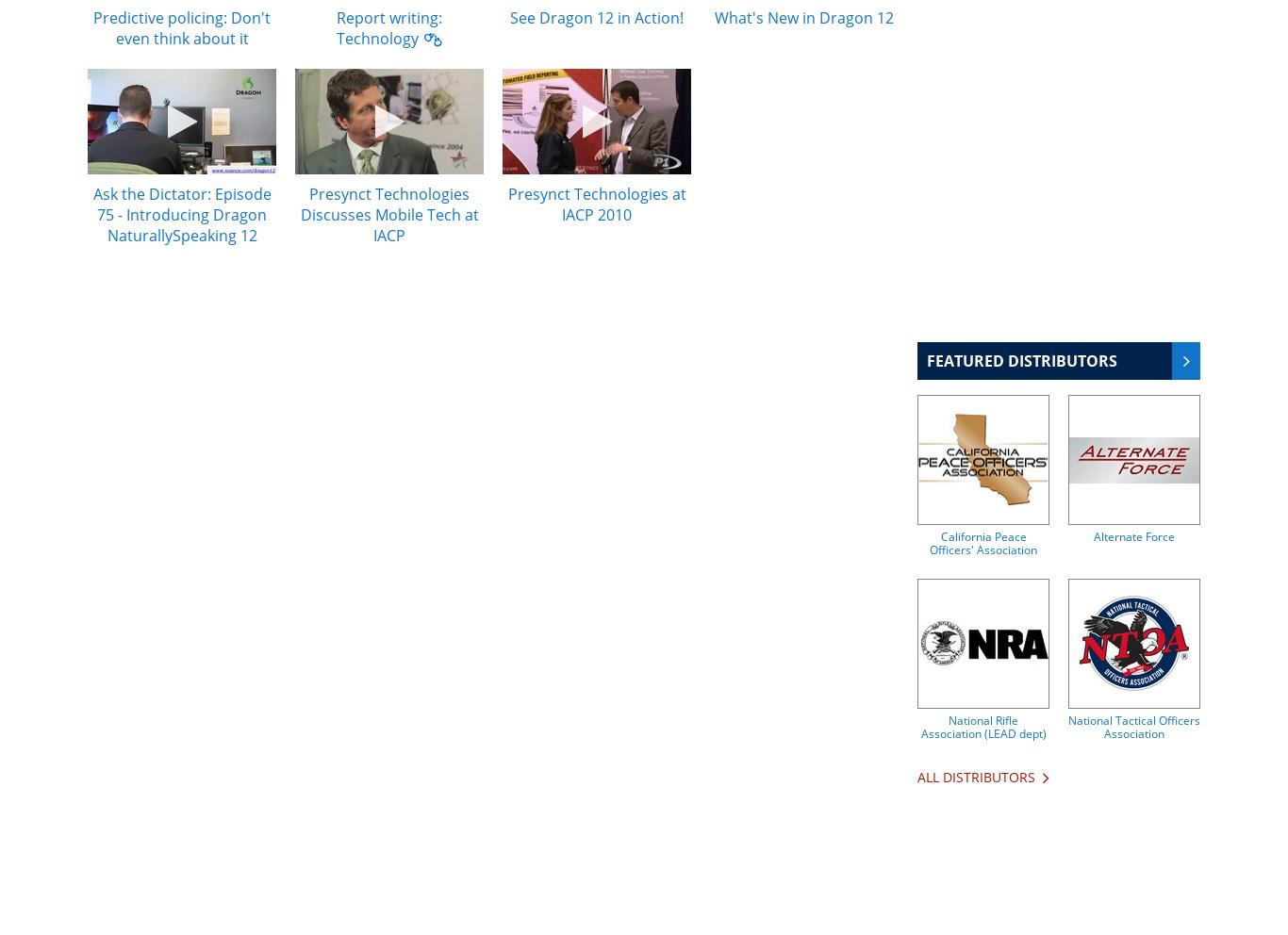 This screenshot has height=935, width=1288. I want to click on 'Featured Distributors', so click(926, 361).